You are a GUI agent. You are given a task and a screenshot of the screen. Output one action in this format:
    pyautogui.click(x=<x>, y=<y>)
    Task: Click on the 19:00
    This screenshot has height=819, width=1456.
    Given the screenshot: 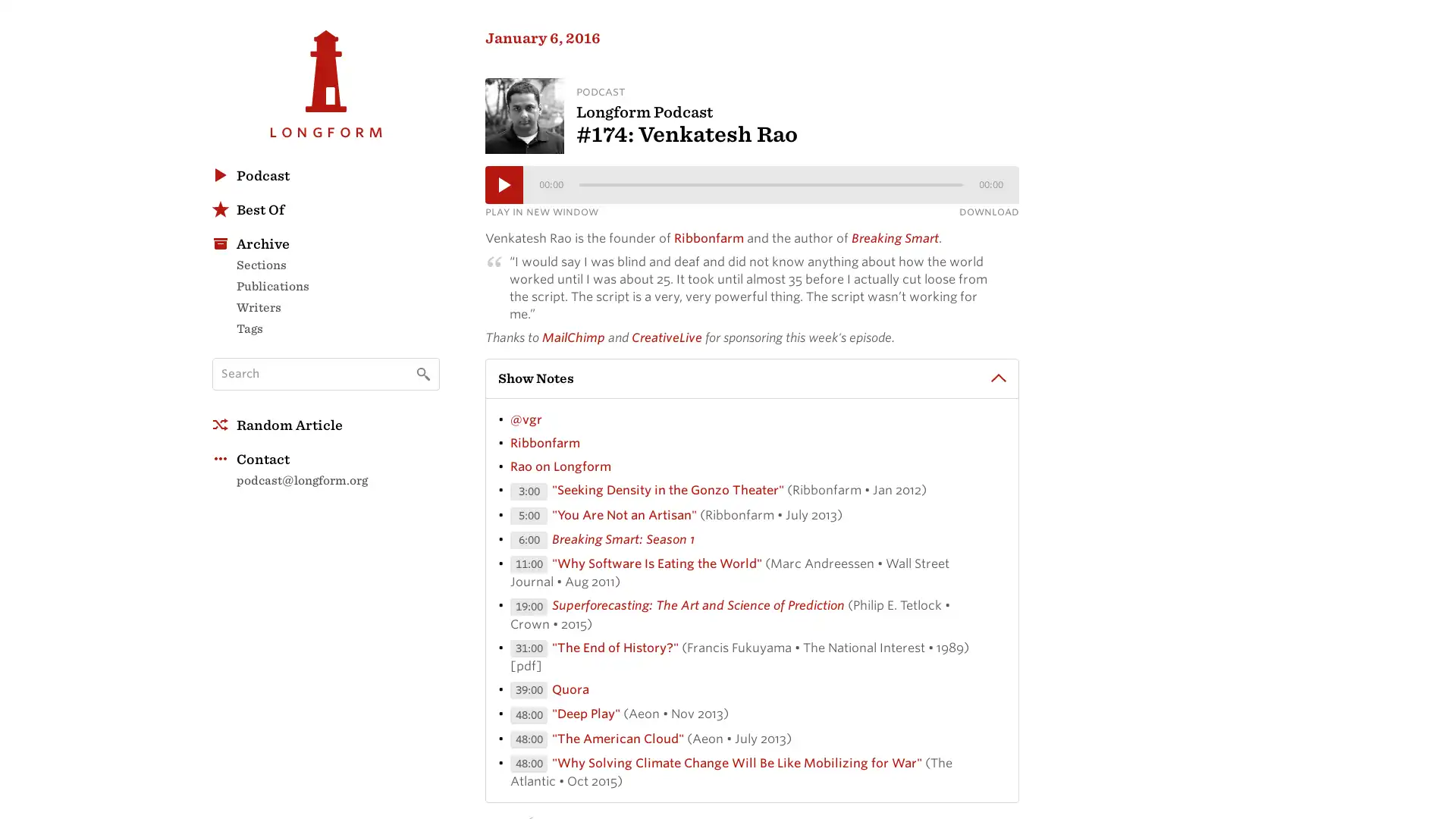 What is the action you would take?
    pyautogui.click(x=529, y=609)
    